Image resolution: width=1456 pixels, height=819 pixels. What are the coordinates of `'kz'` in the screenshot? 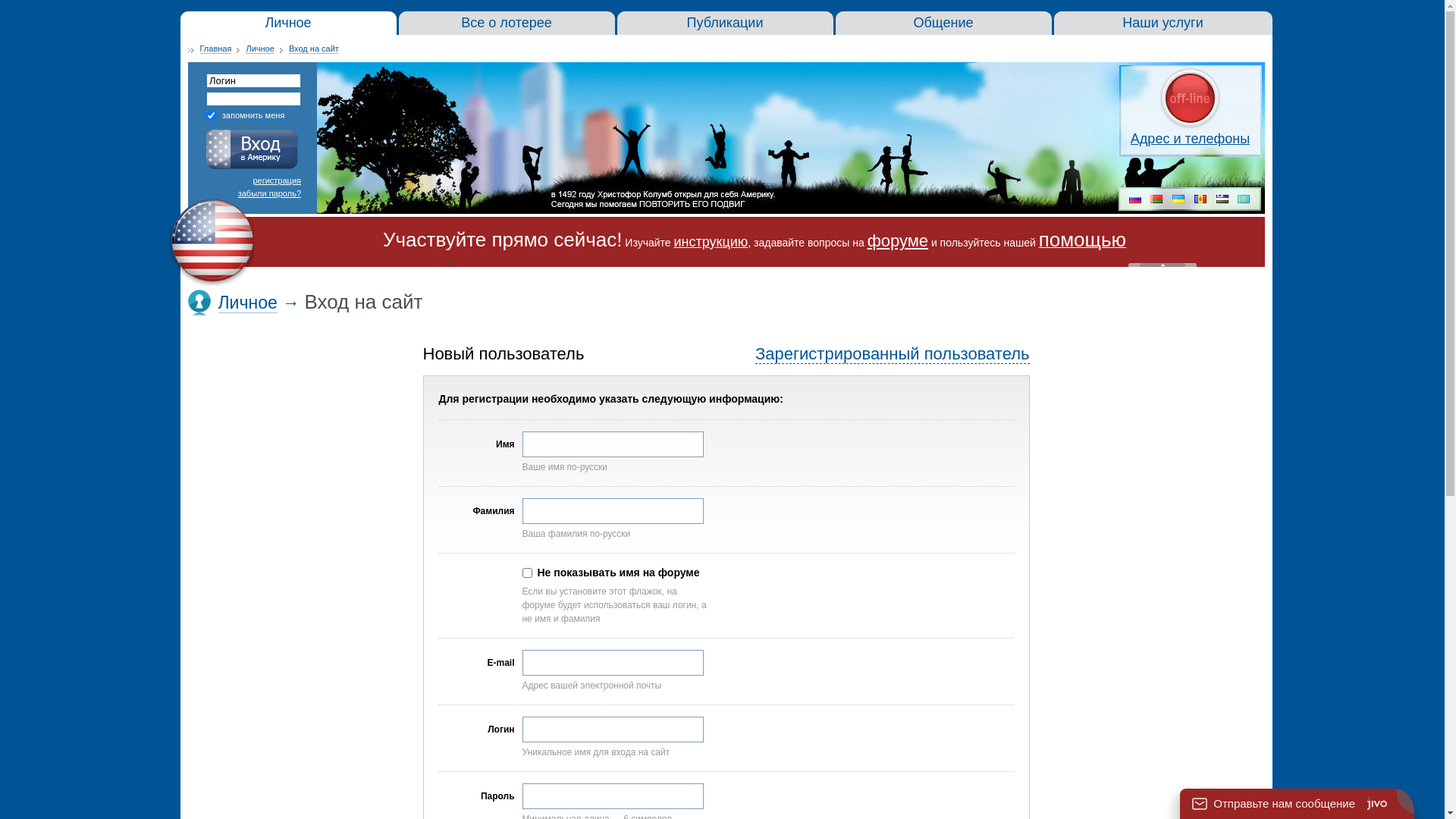 It's located at (1244, 199).